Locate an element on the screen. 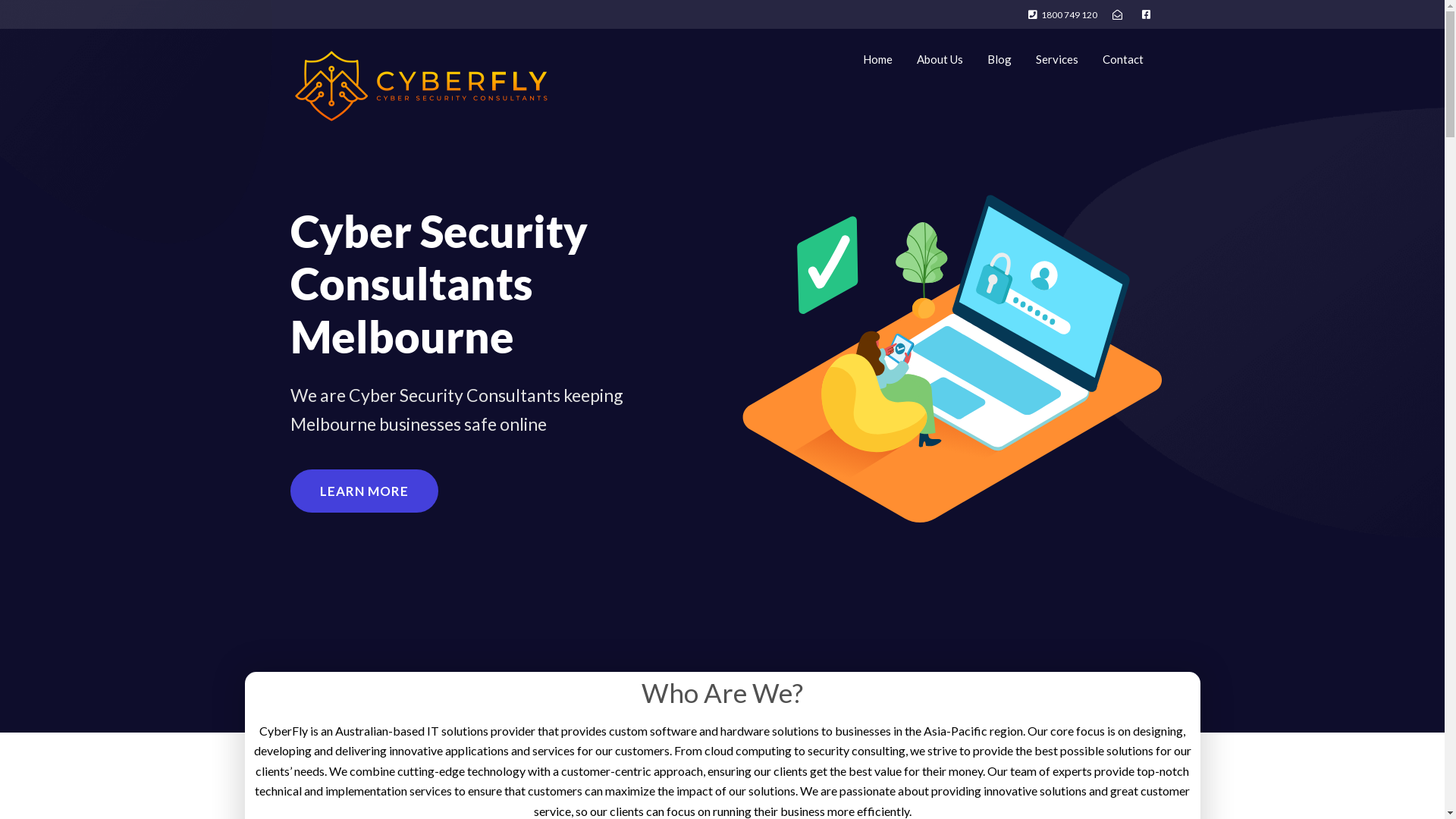  'Home' is located at coordinates (877, 58).